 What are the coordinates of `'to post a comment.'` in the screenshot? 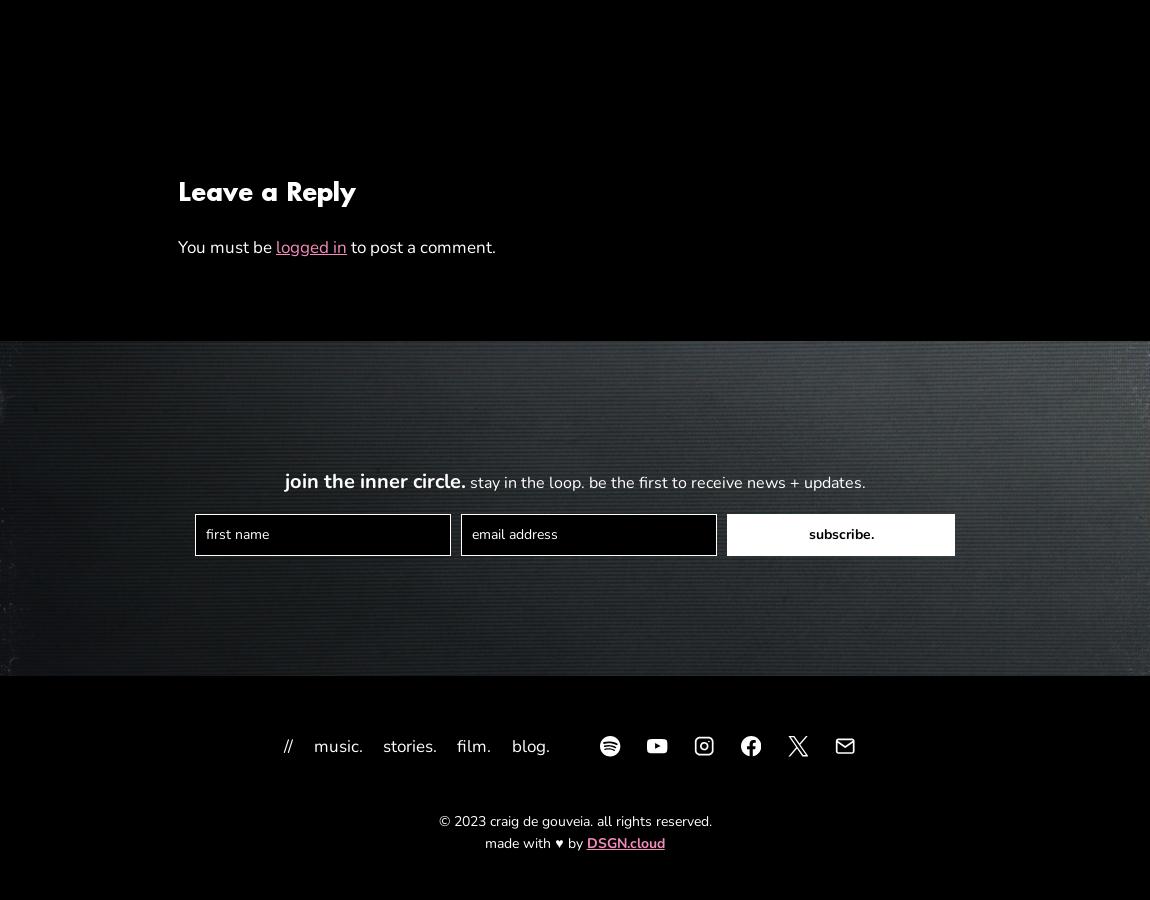 It's located at (421, 246).